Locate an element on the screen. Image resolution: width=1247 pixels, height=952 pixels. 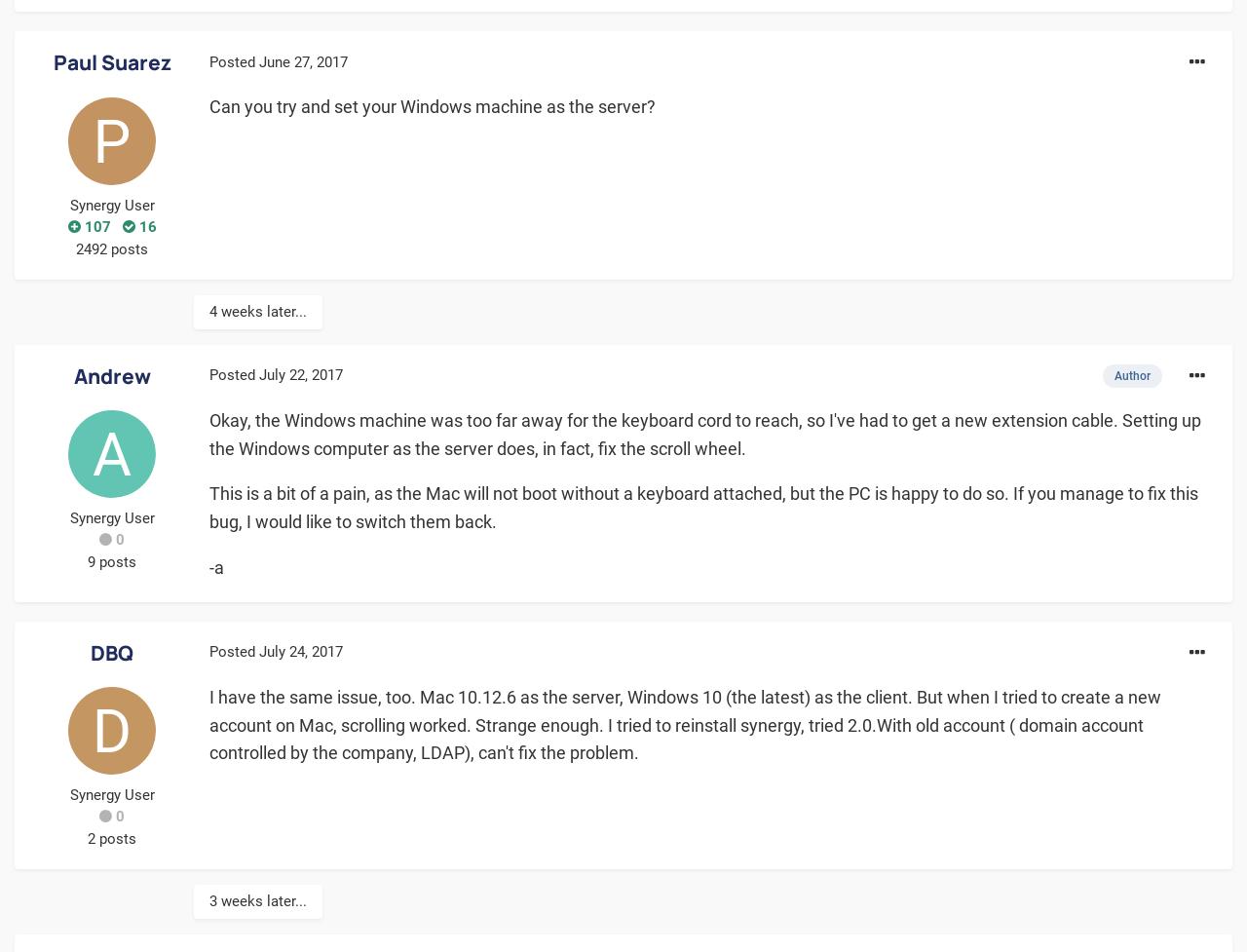
'Andrew' is located at coordinates (110, 375).